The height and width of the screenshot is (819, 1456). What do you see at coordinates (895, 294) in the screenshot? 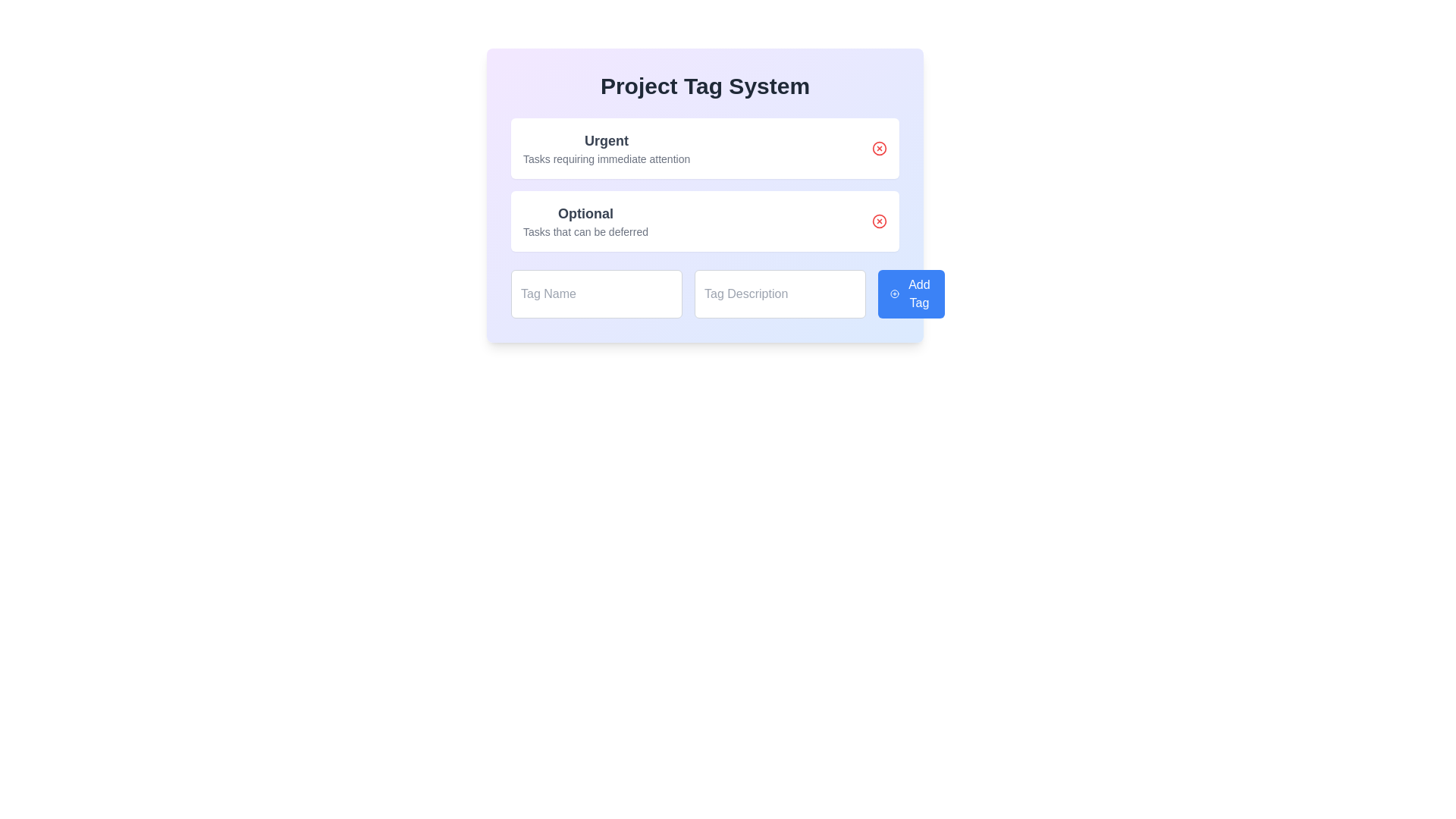
I see `the circular icon with a plus symbol inside, which has a blue background and is part of the 'Add Tag' button located to the right of the input fields` at bounding box center [895, 294].